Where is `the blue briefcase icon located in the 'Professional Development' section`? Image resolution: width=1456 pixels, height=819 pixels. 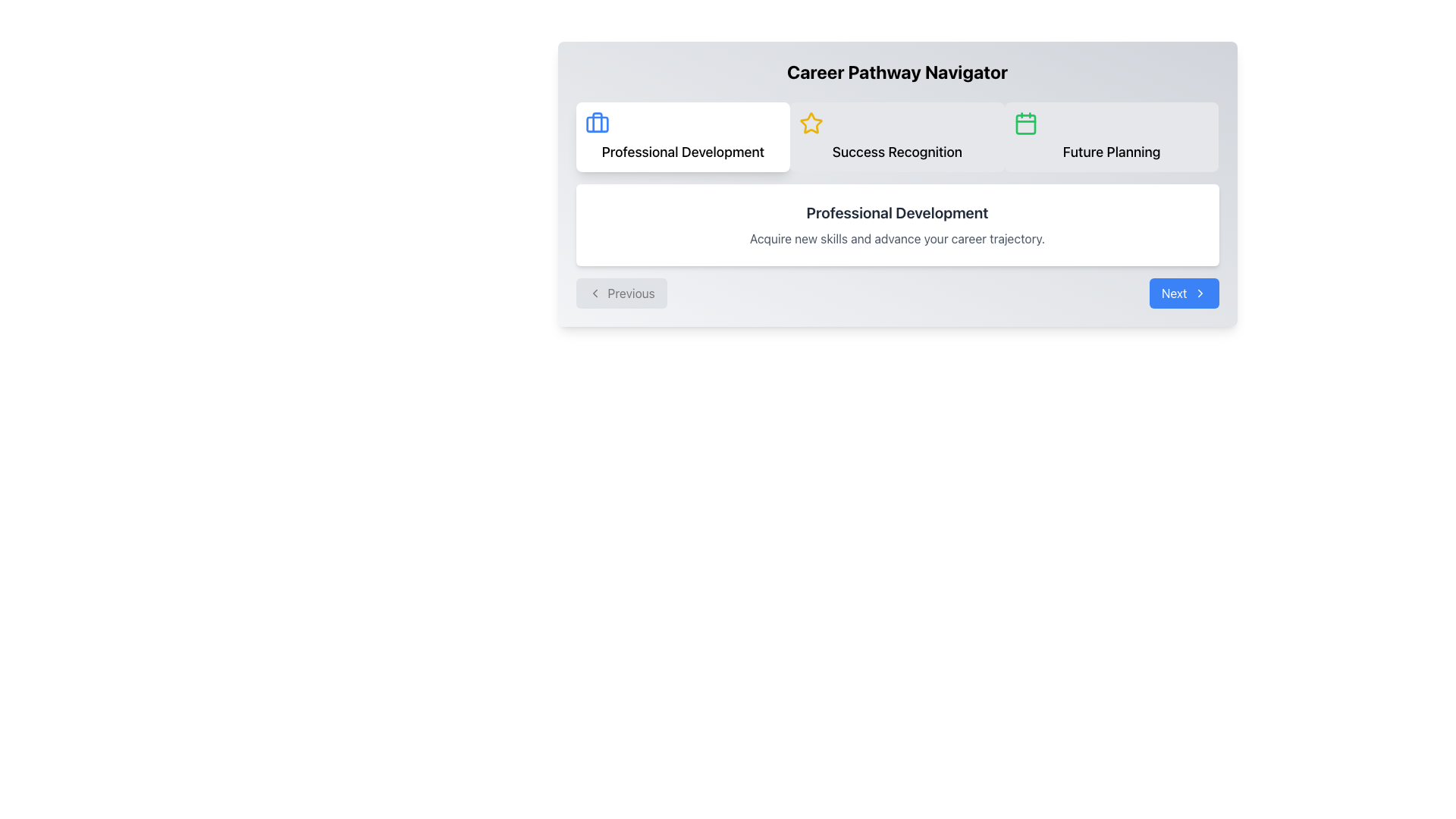 the blue briefcase icon located in the 'Professional Development' section is located at coordinates (596, 122).